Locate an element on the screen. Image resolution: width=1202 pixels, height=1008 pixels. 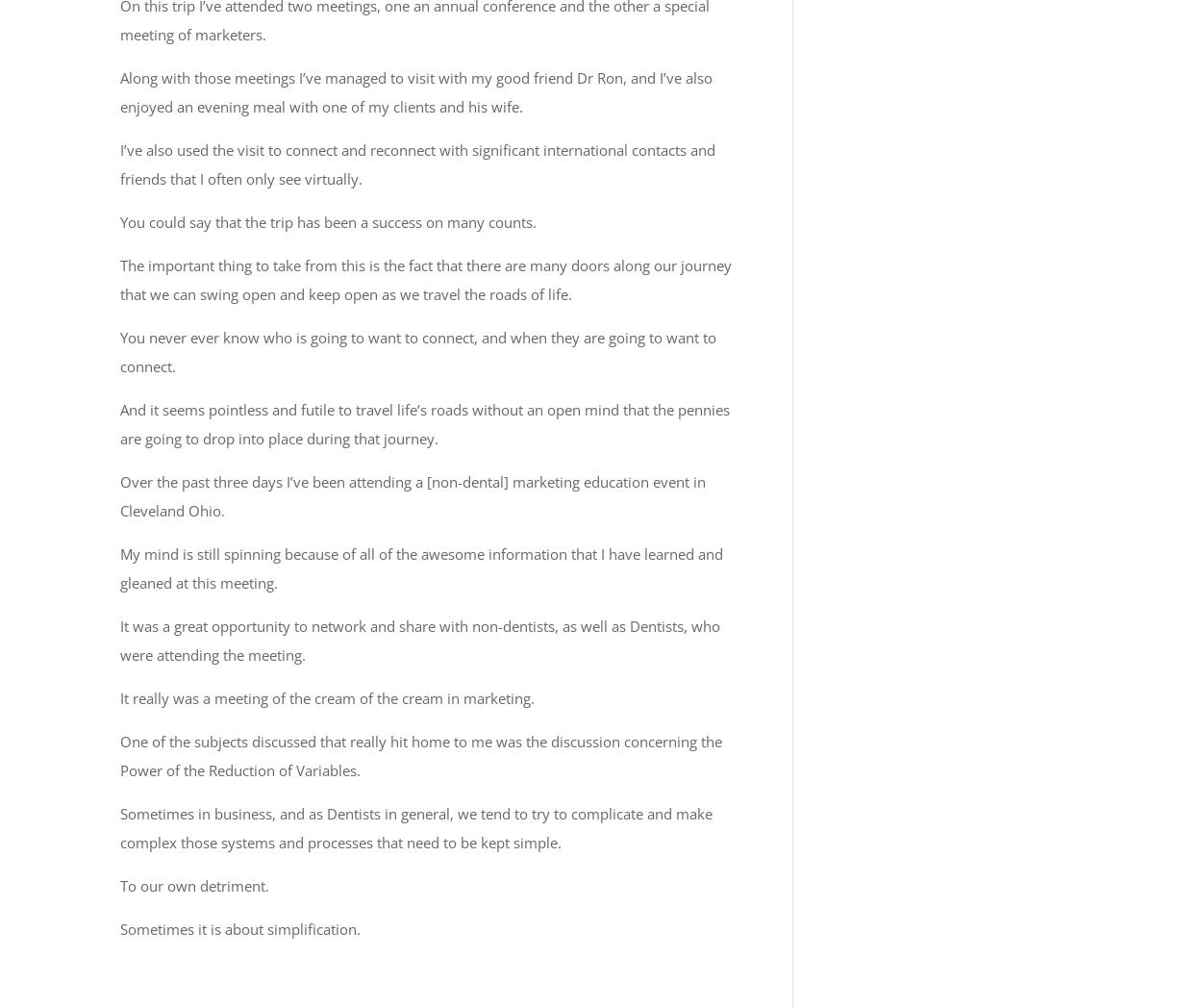
'My mind is still spinning because of all of the awesome information that I have learned and gleaned at this meeting.' is located at coordinates (120, 567).